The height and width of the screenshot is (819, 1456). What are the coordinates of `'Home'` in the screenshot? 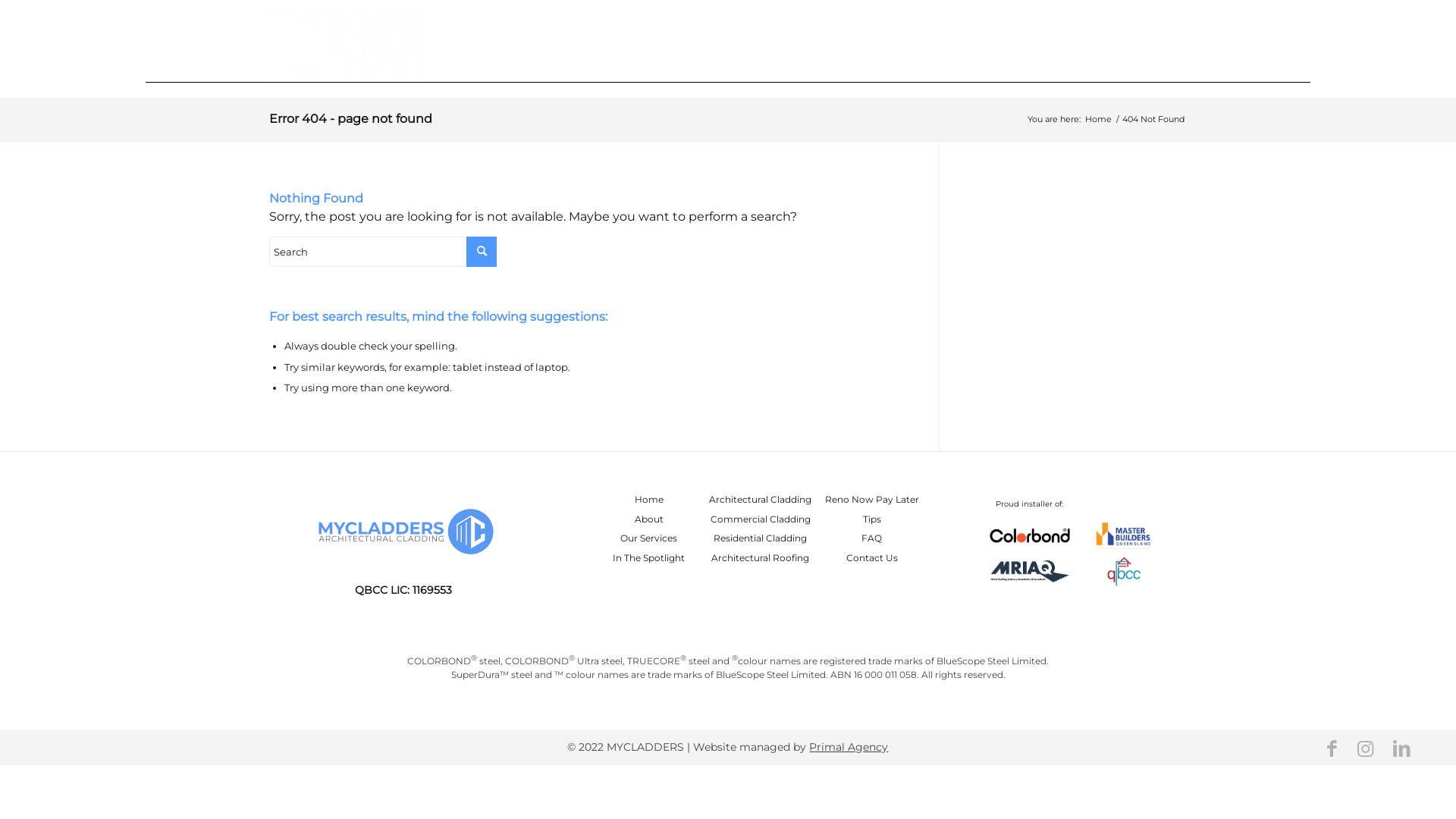 It's located at (1098, 118).